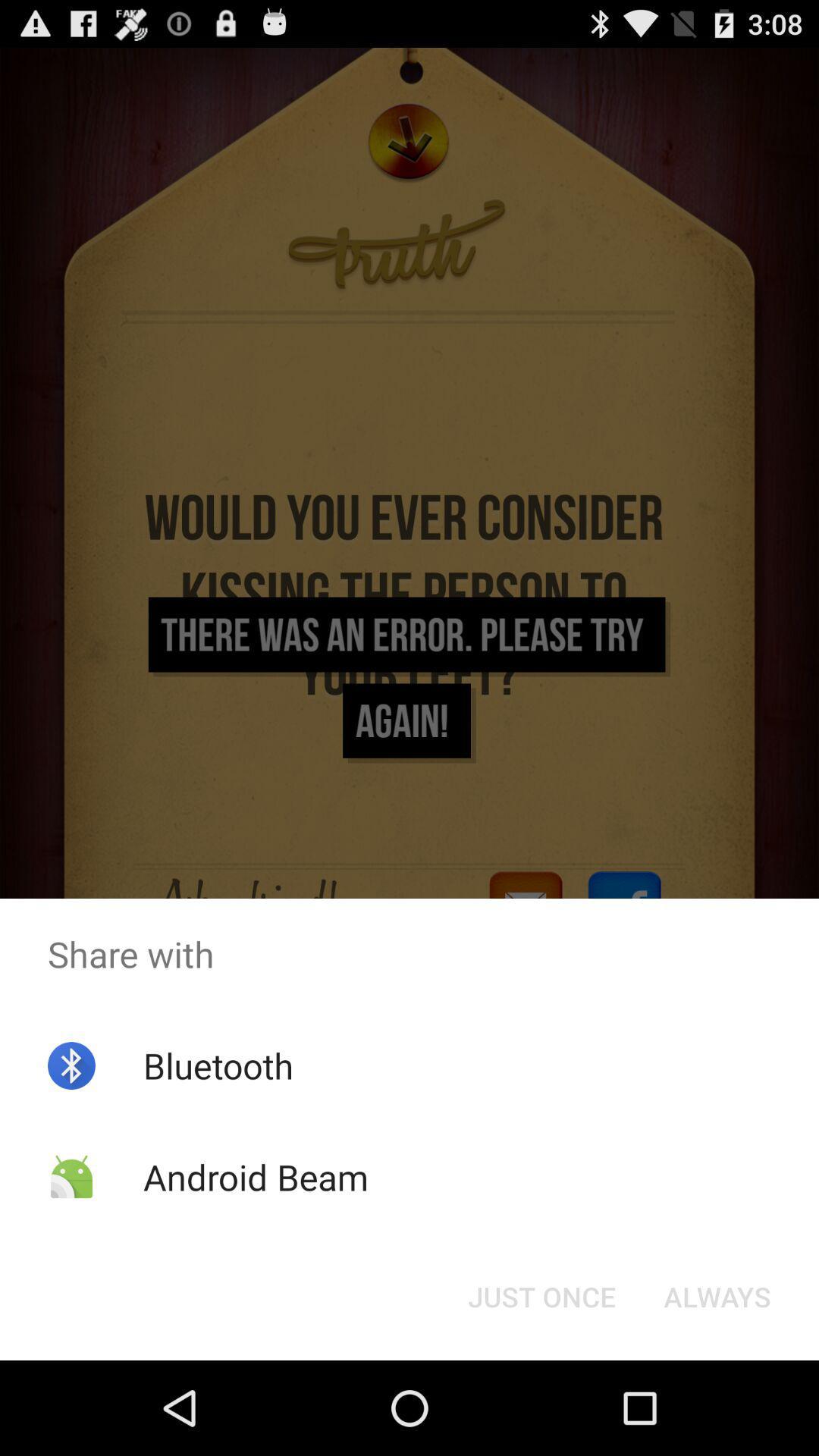  I want to click on the item to the right of the just once button, so click(717, 1295).